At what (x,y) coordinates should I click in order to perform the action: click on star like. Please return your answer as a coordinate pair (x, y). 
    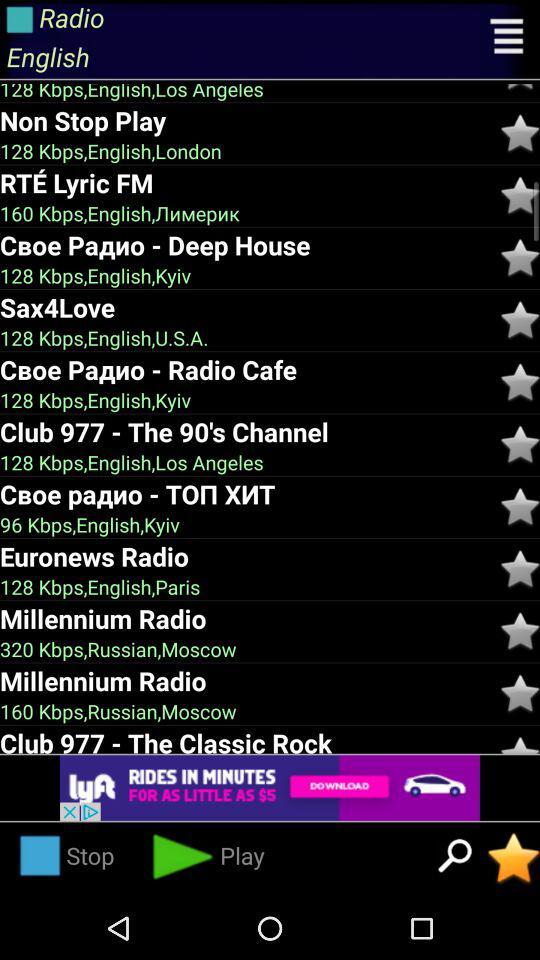
    Looking at the image, I should click on (520, 195).